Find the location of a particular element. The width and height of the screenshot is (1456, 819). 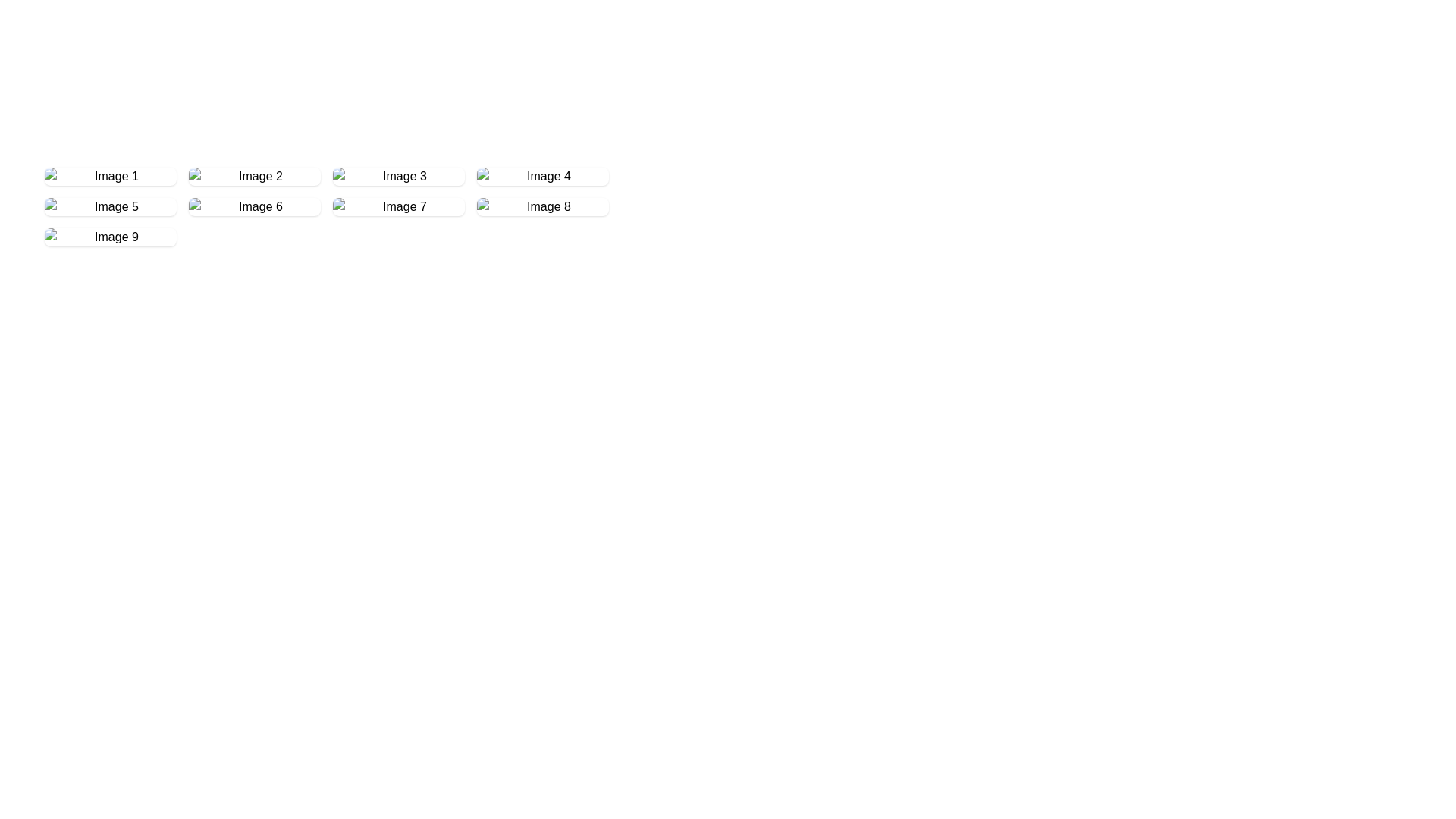

the sixth selectable tile in the gallery grid is located at coordinates (255, 207).